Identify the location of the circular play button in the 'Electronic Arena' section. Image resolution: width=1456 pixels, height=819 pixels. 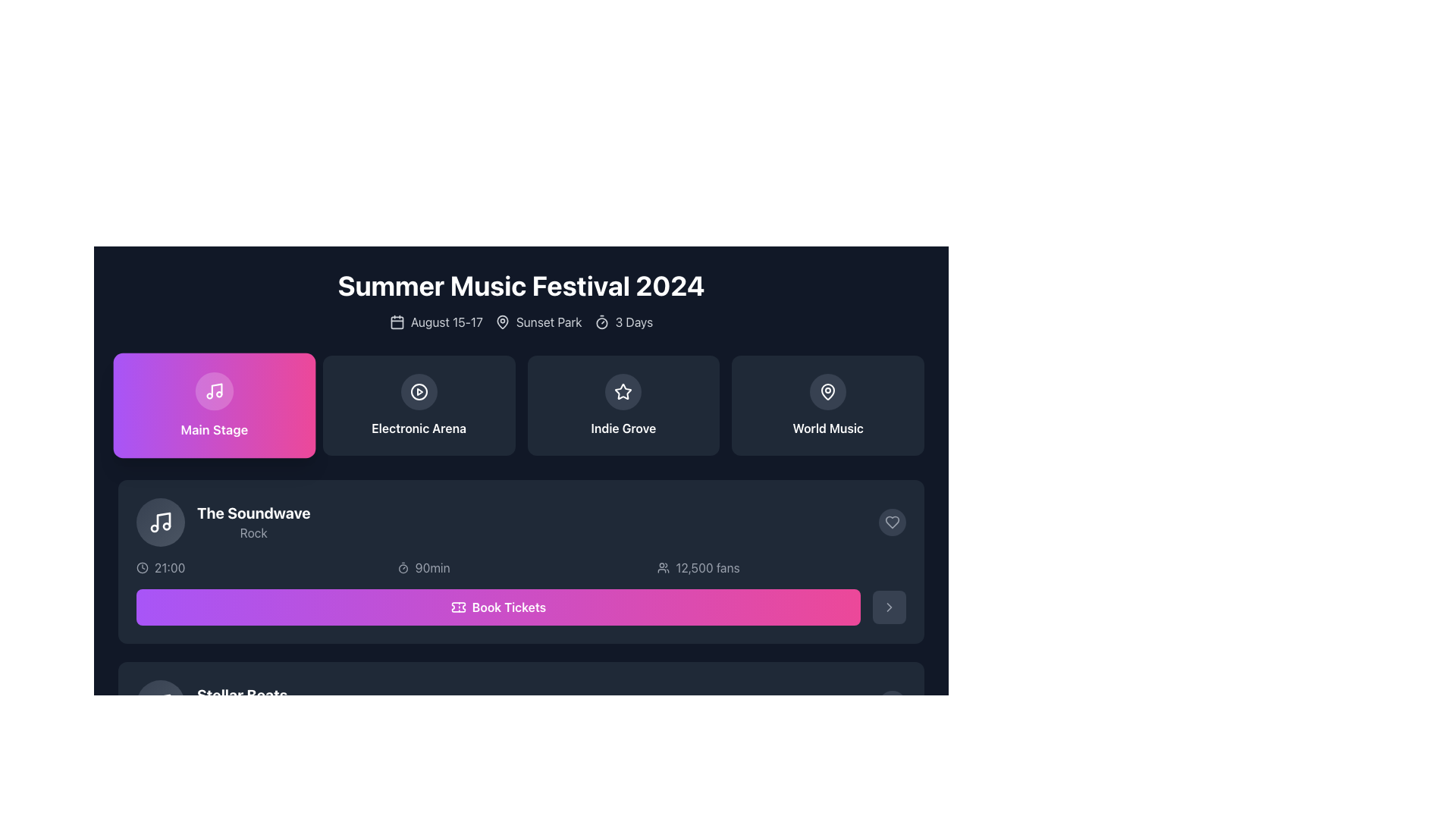
(419, 391).